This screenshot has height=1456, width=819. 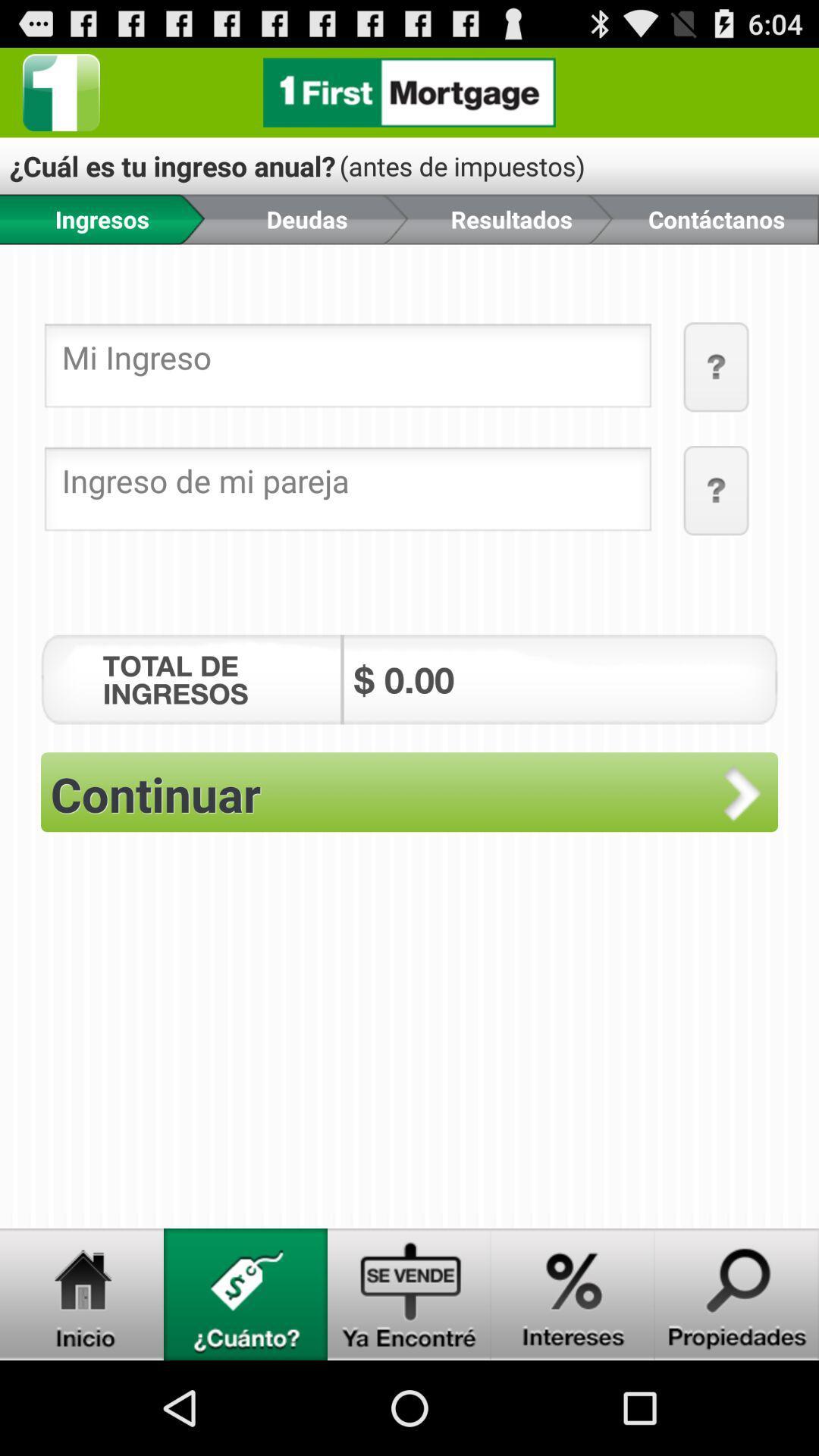 What do you see at coordinates (573, 1385) in the screenshot?
I see `the location icon` at bounding box center [573, 1385].